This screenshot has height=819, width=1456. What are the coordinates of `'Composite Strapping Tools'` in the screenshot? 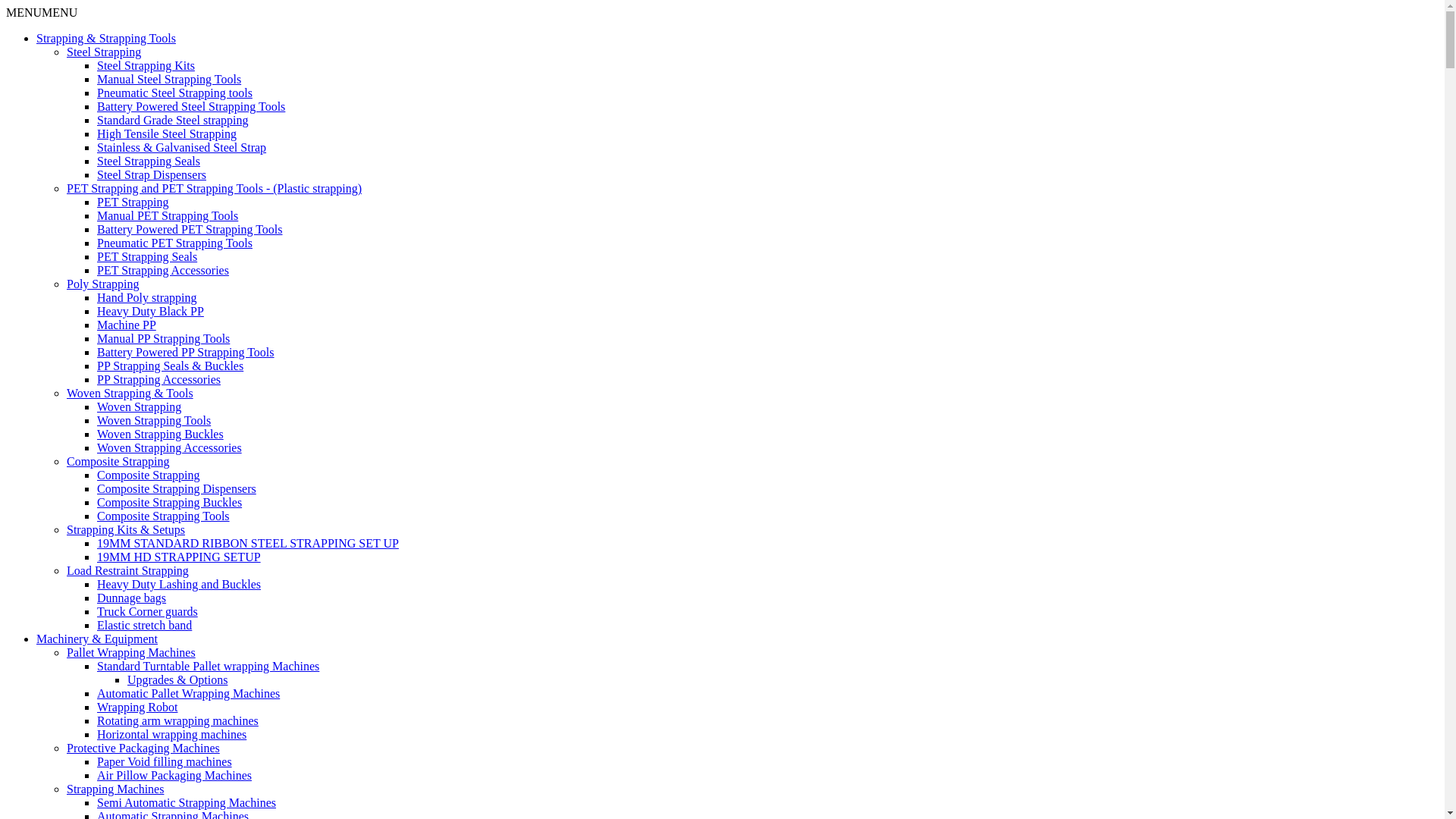 It's located at (163, 515).